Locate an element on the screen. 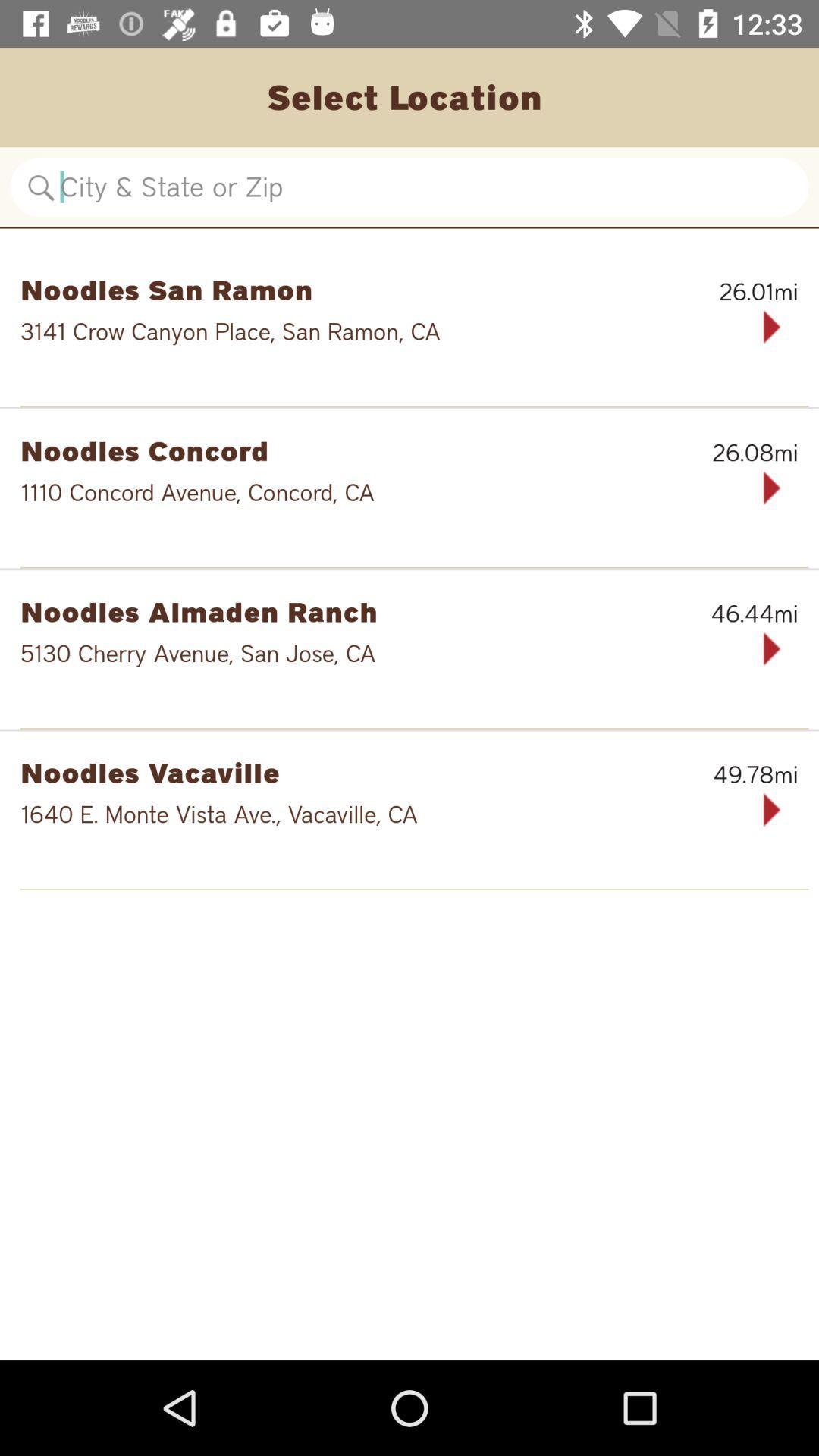 This screenshot has height=1456, width=819. the noodles concord  item is located at coordinates (331, 450).